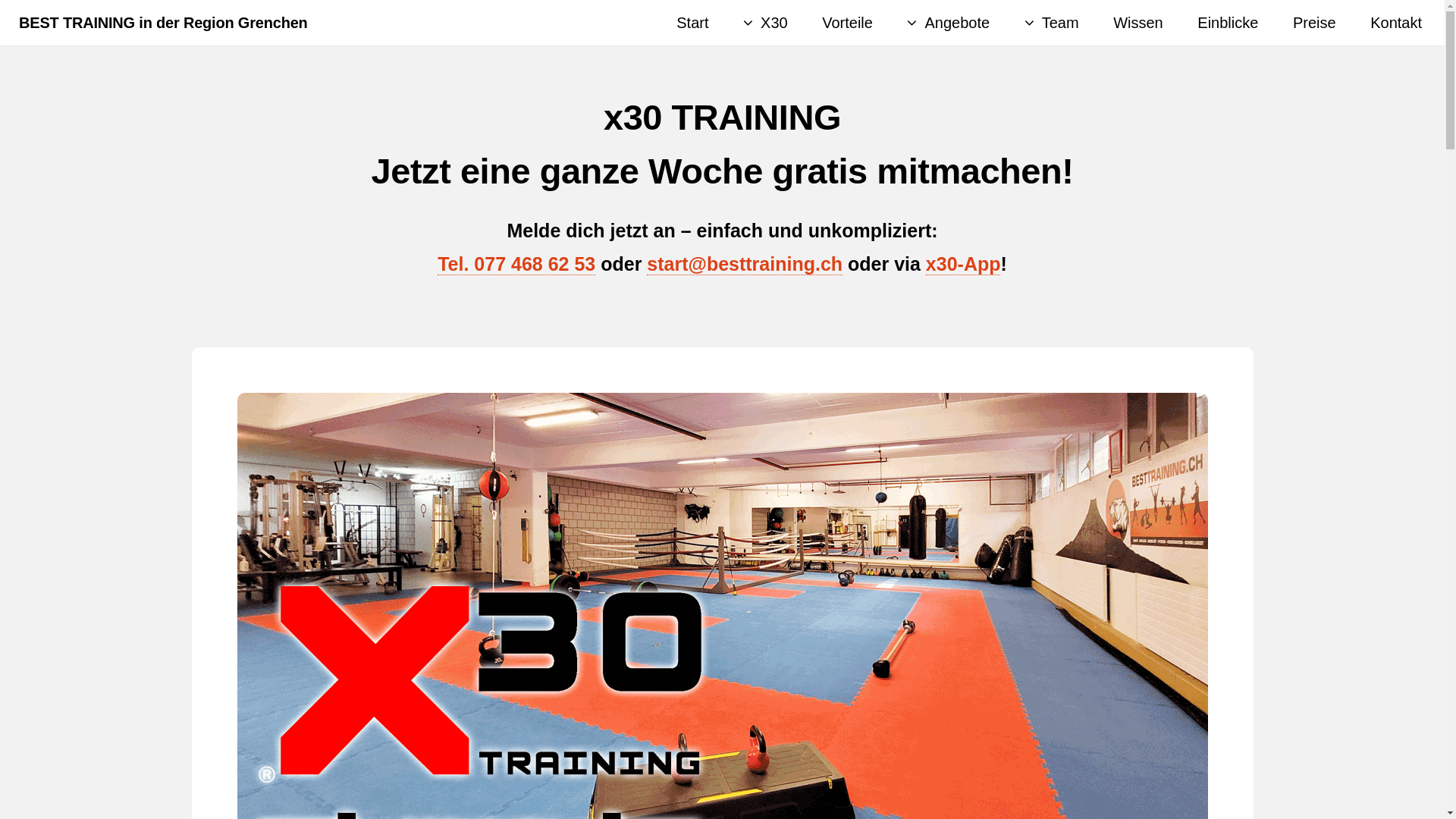  Describe the element at coordinates (1313, 23) in the screenshot. I see `'Preise'` at that location.